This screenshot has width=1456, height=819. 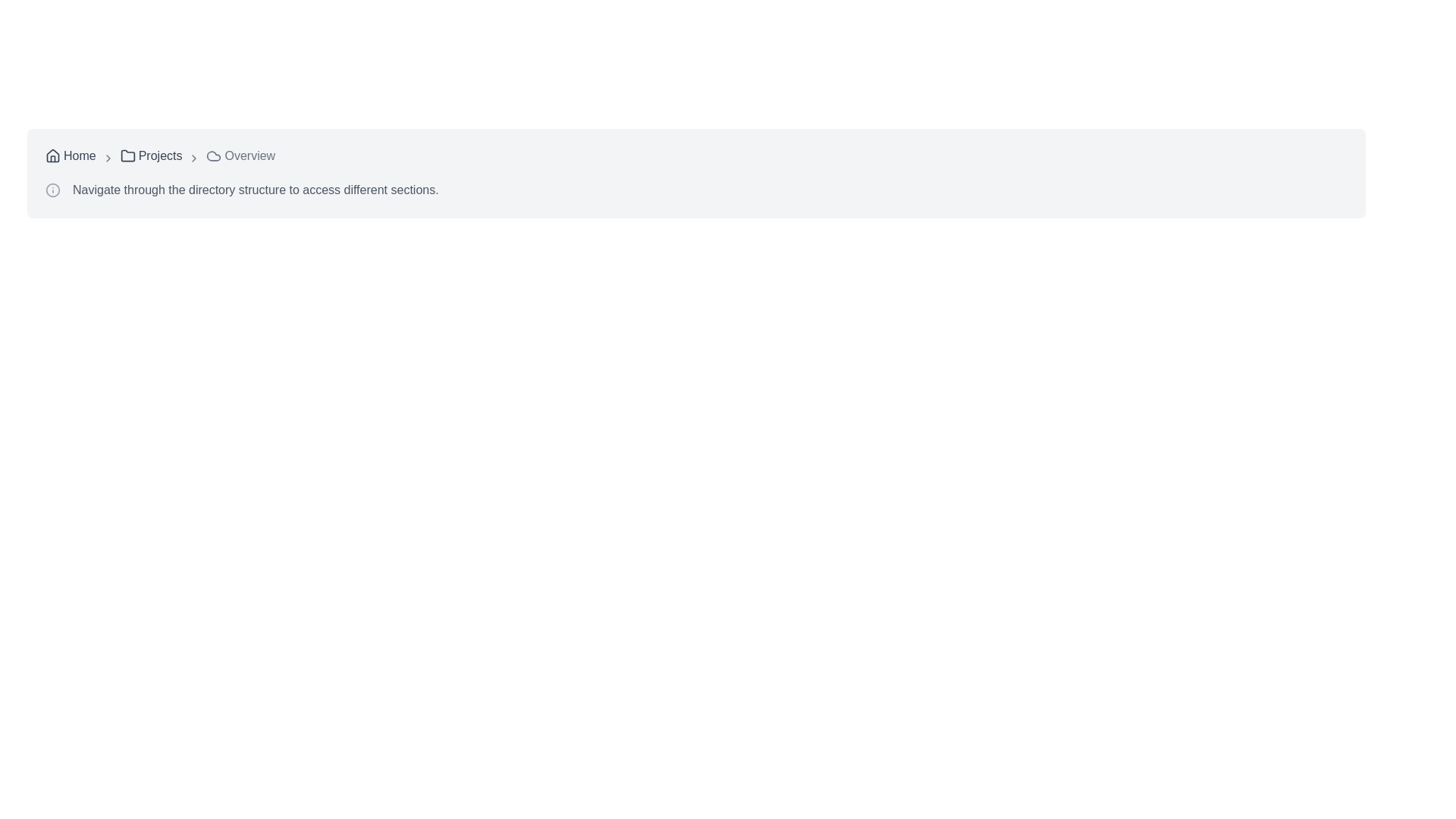 What do you see at coordinates (240, 158) in the screenshot?
I see `the 'Overview' static text label with an icon, which is the third item in the breadcrumb navigation sequence, indicating the current page context` at bounding box center [240, 158].